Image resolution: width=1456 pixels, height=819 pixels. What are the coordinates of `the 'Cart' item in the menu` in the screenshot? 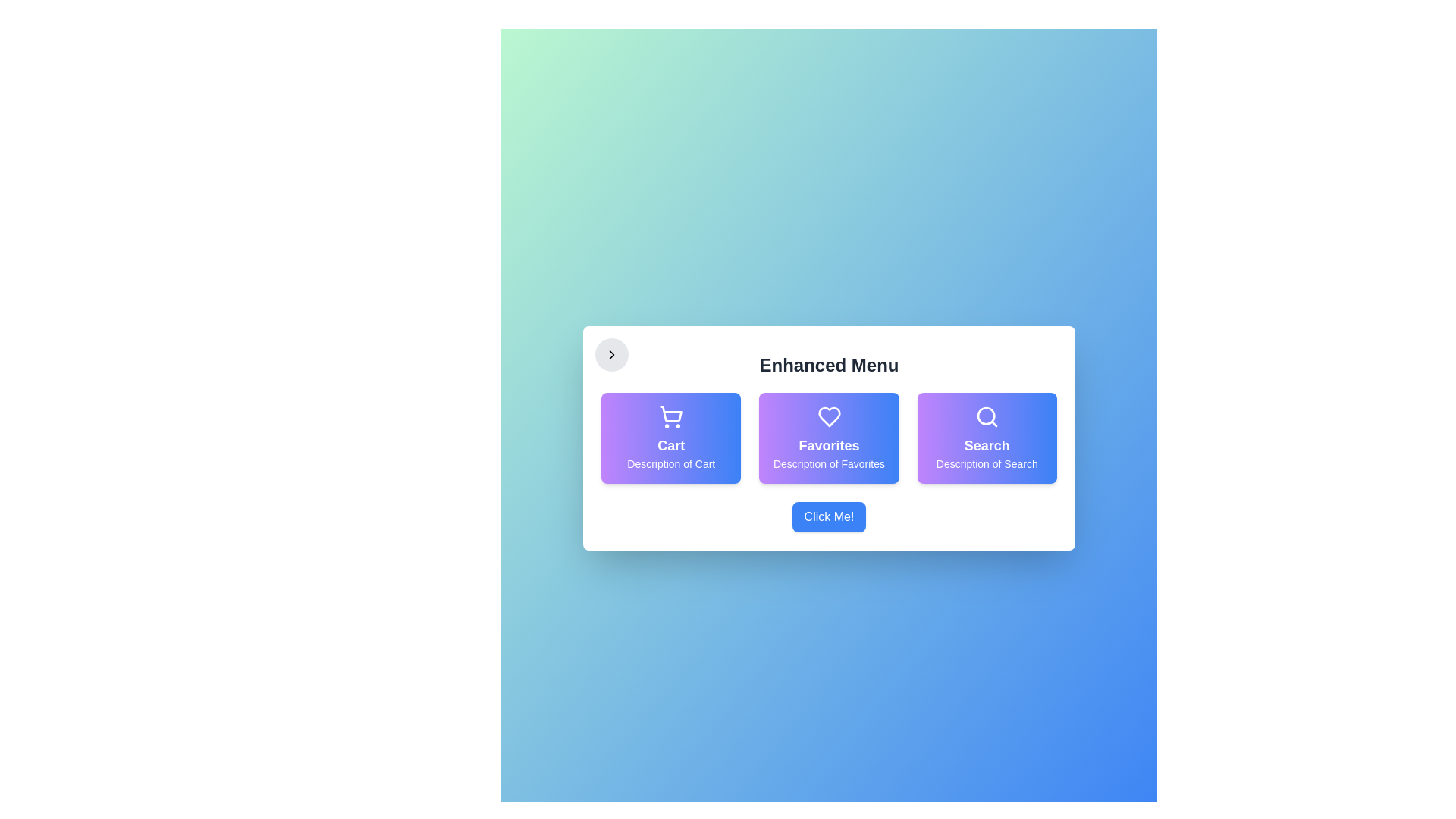 It's located at (670, 438).